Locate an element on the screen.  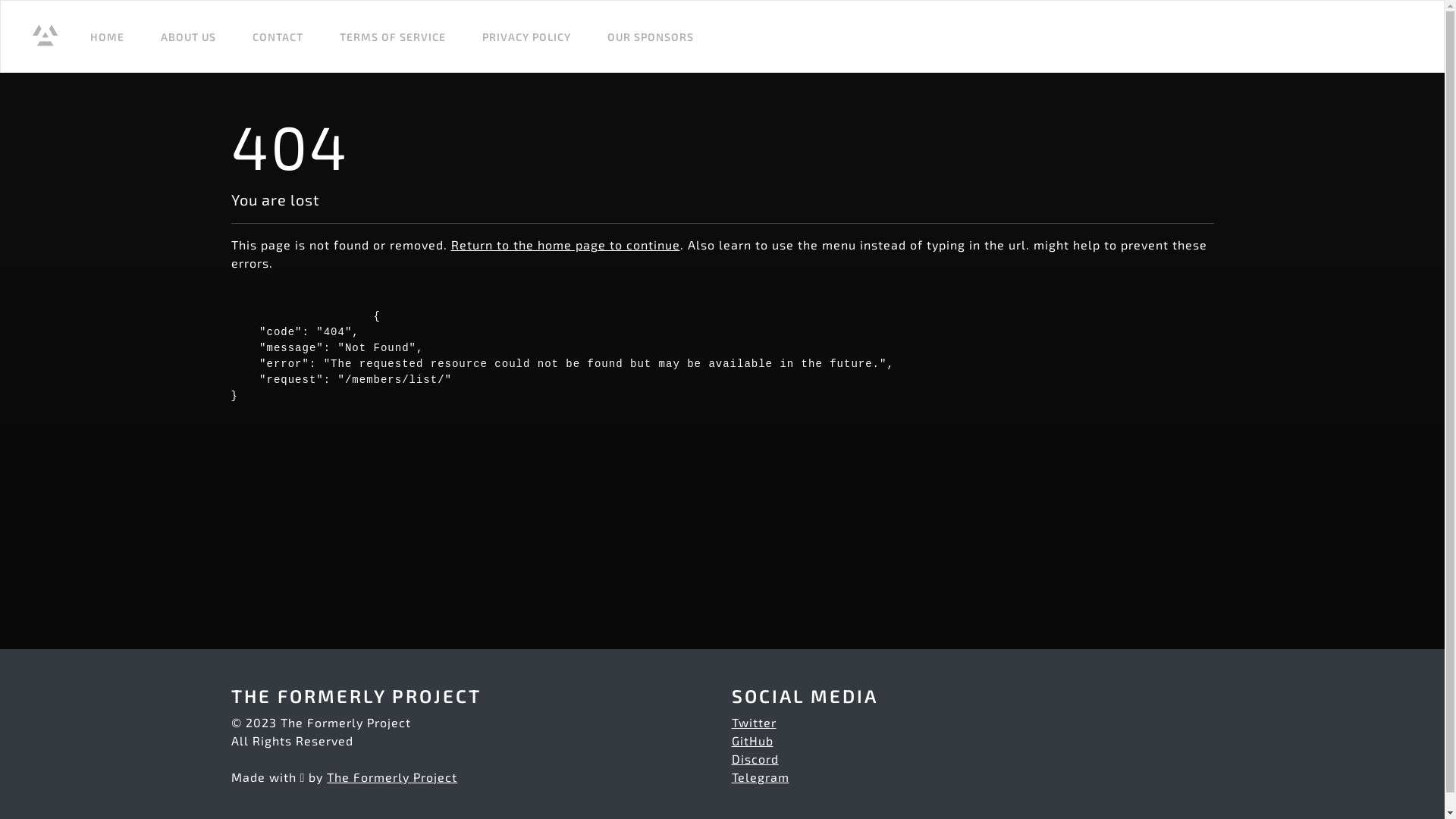
'GitHub' is located at coordinates (752, 739).